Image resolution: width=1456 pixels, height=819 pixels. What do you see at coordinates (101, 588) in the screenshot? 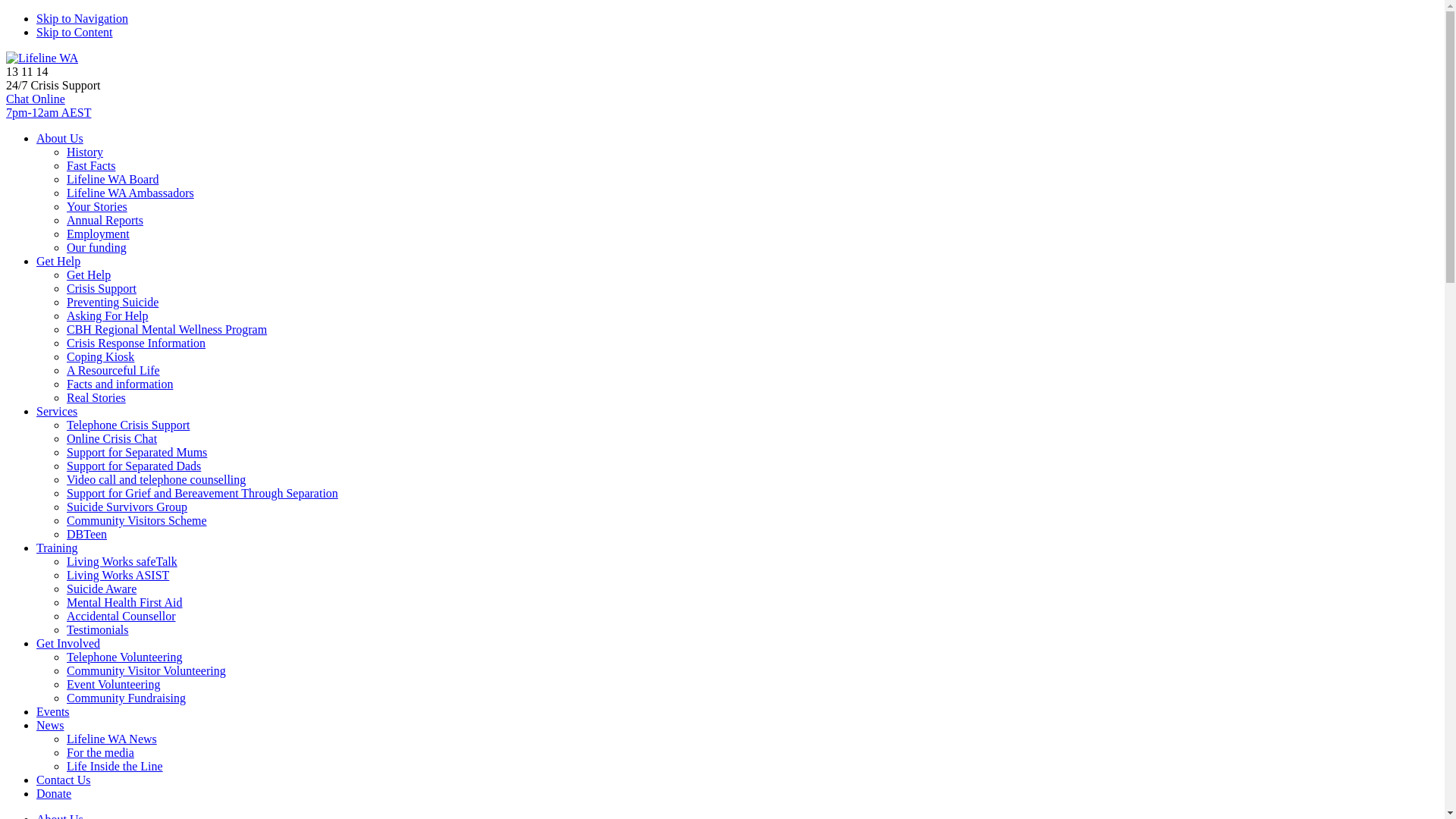
I see `'Suicide Aware'` at bounding box center [101, 588].